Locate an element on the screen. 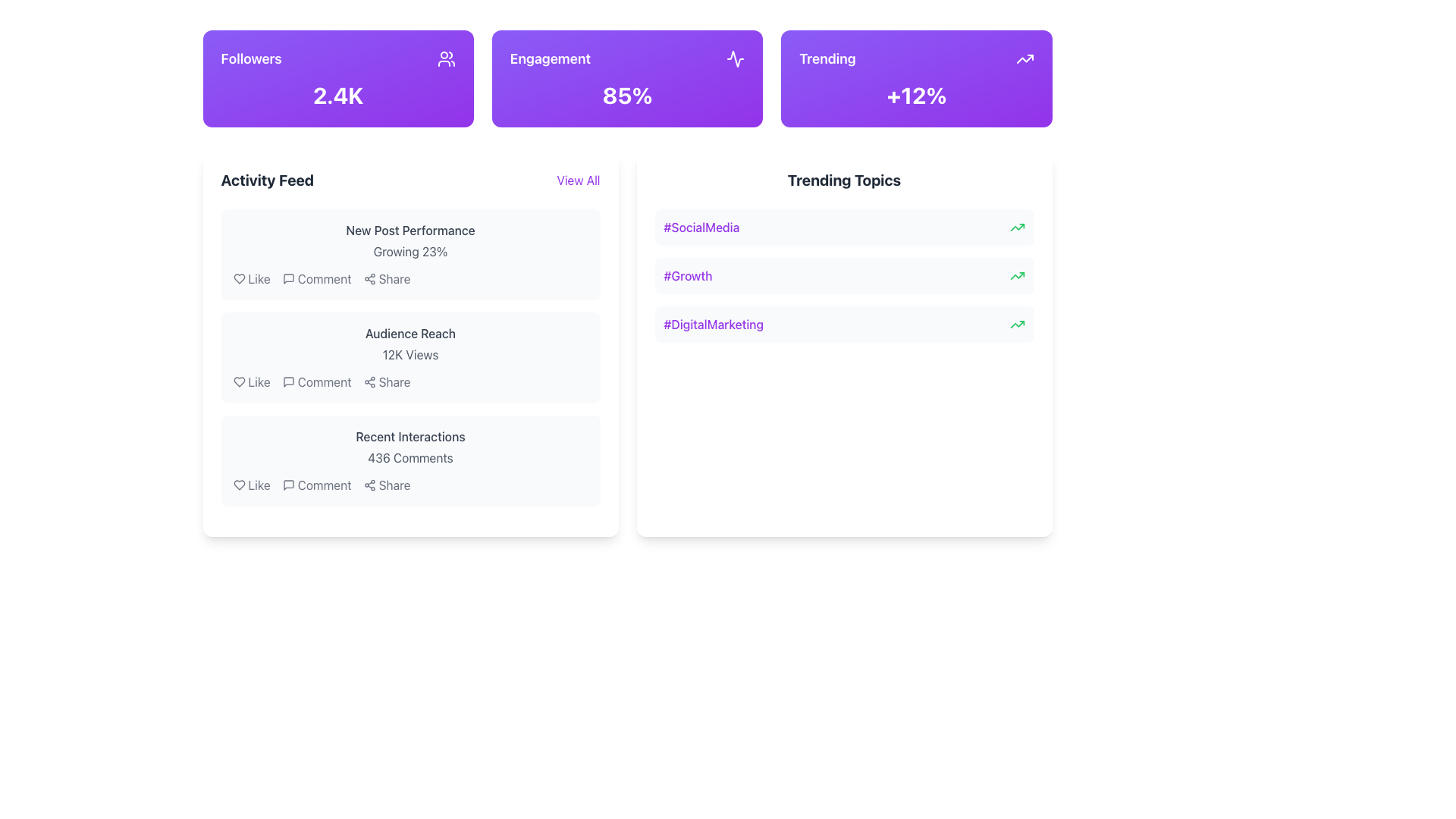  the chat or message bubble icon located in the 'Recent Interactions' section of the 'Activity Feed', positioned to the right of the heart icon is located at coordinates (288, 485).